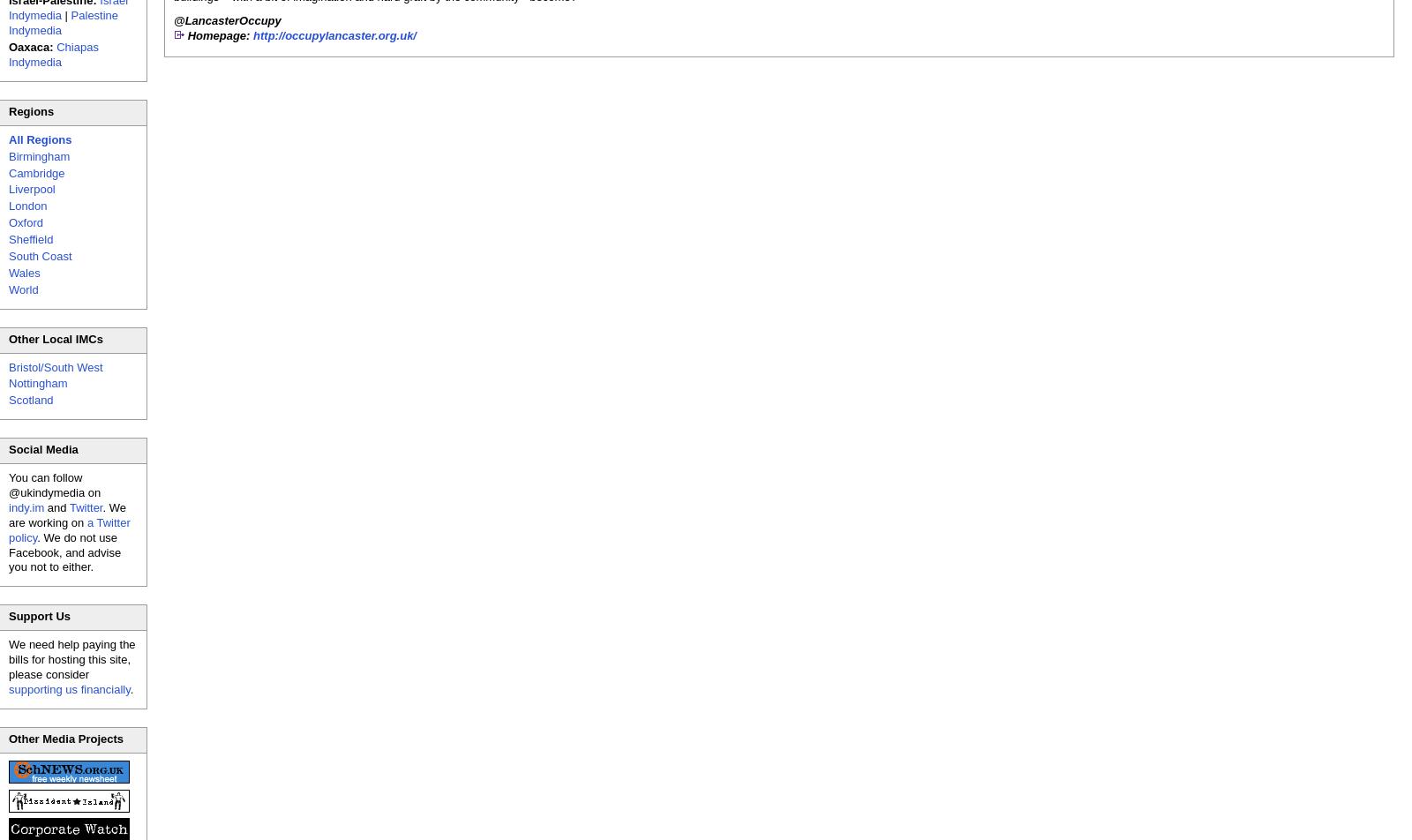  I want to click on 'Social Media', so click(41, 449).